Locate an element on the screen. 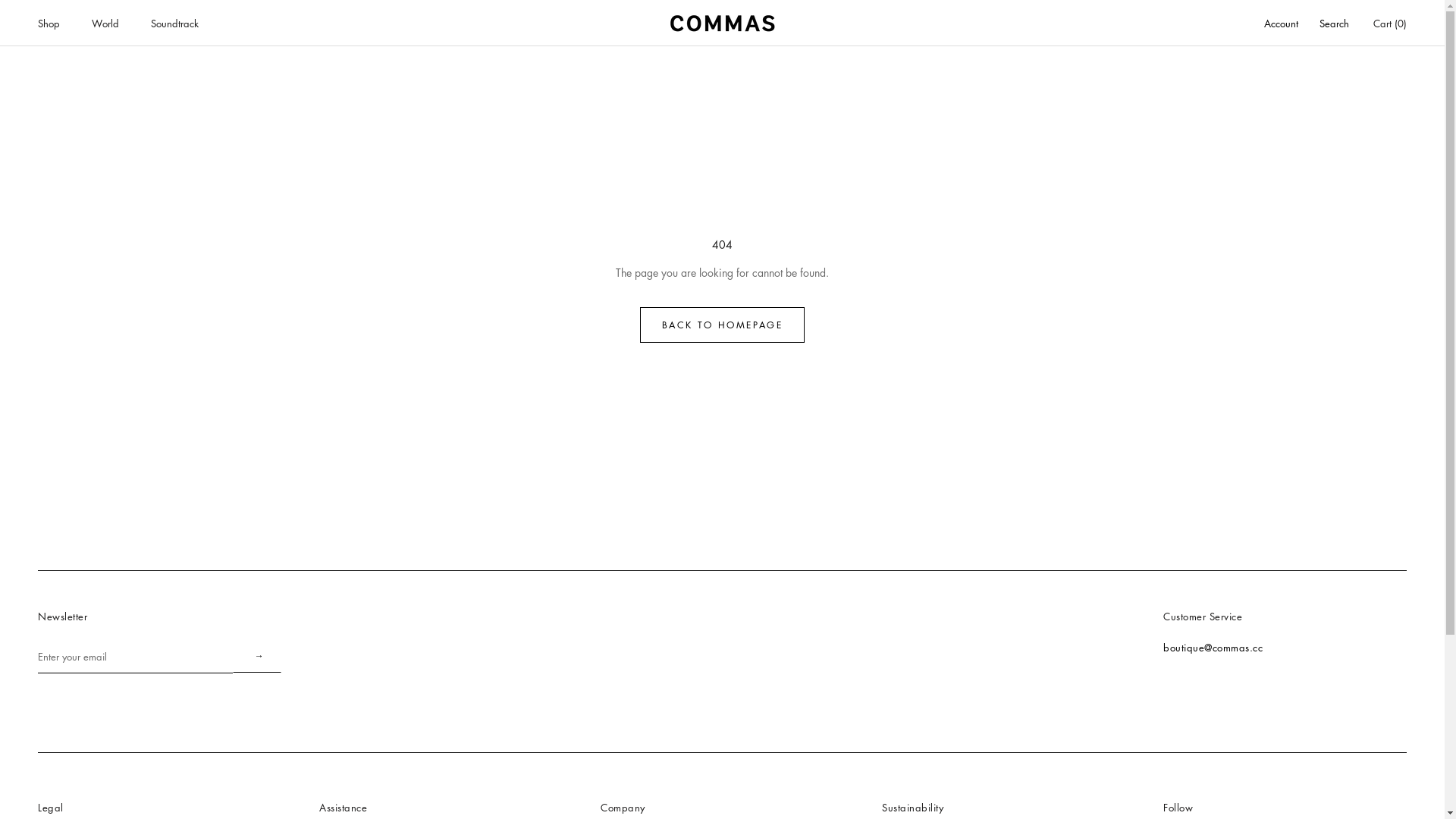 The image size is (1456, 819). 'Shop is located at coordinates (49, 23).